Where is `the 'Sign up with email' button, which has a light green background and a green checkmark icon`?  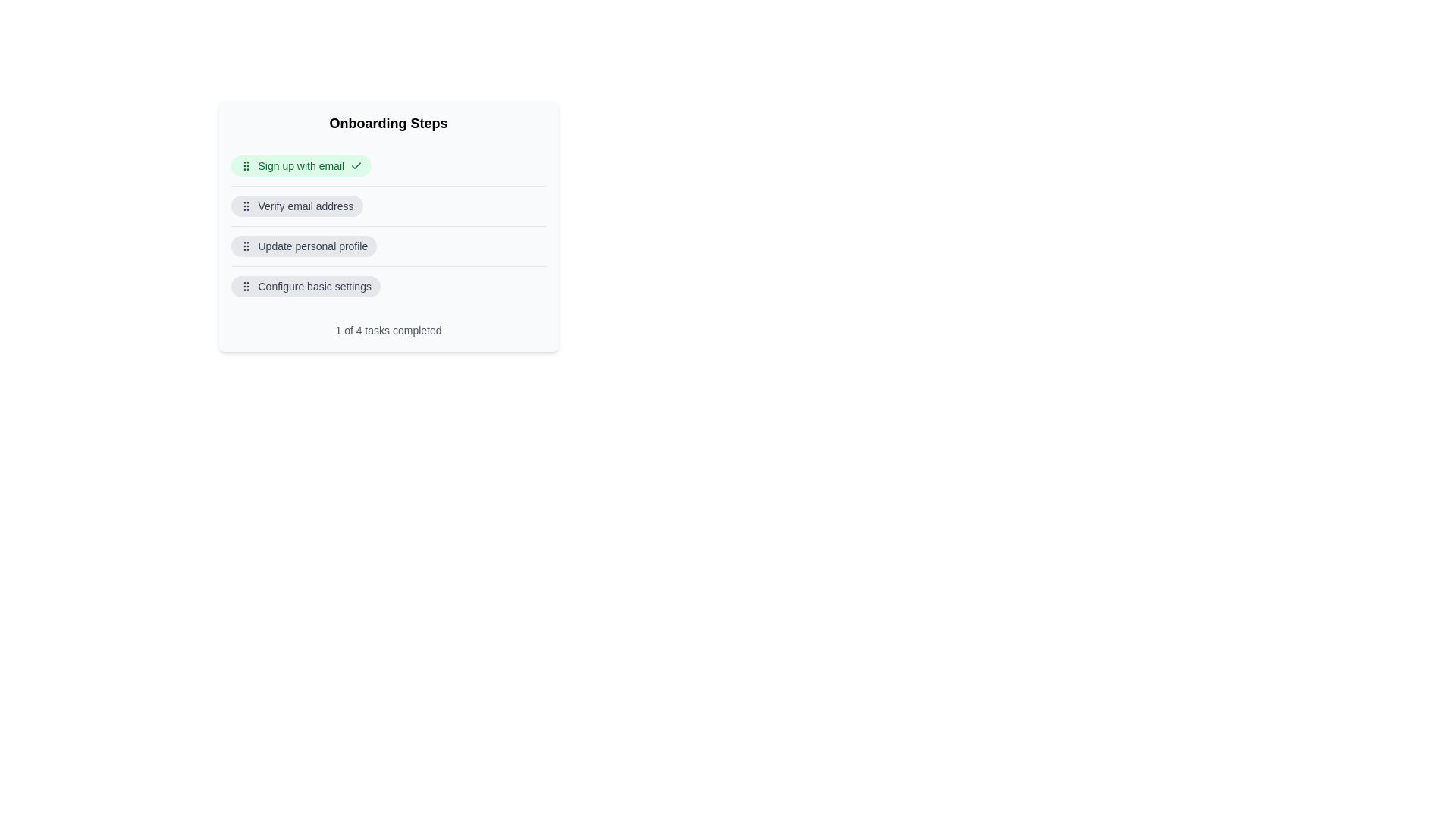
the 'Sign up with email' button, which has a light green background and a green checkmark icon is located at coordinates (388, 166).